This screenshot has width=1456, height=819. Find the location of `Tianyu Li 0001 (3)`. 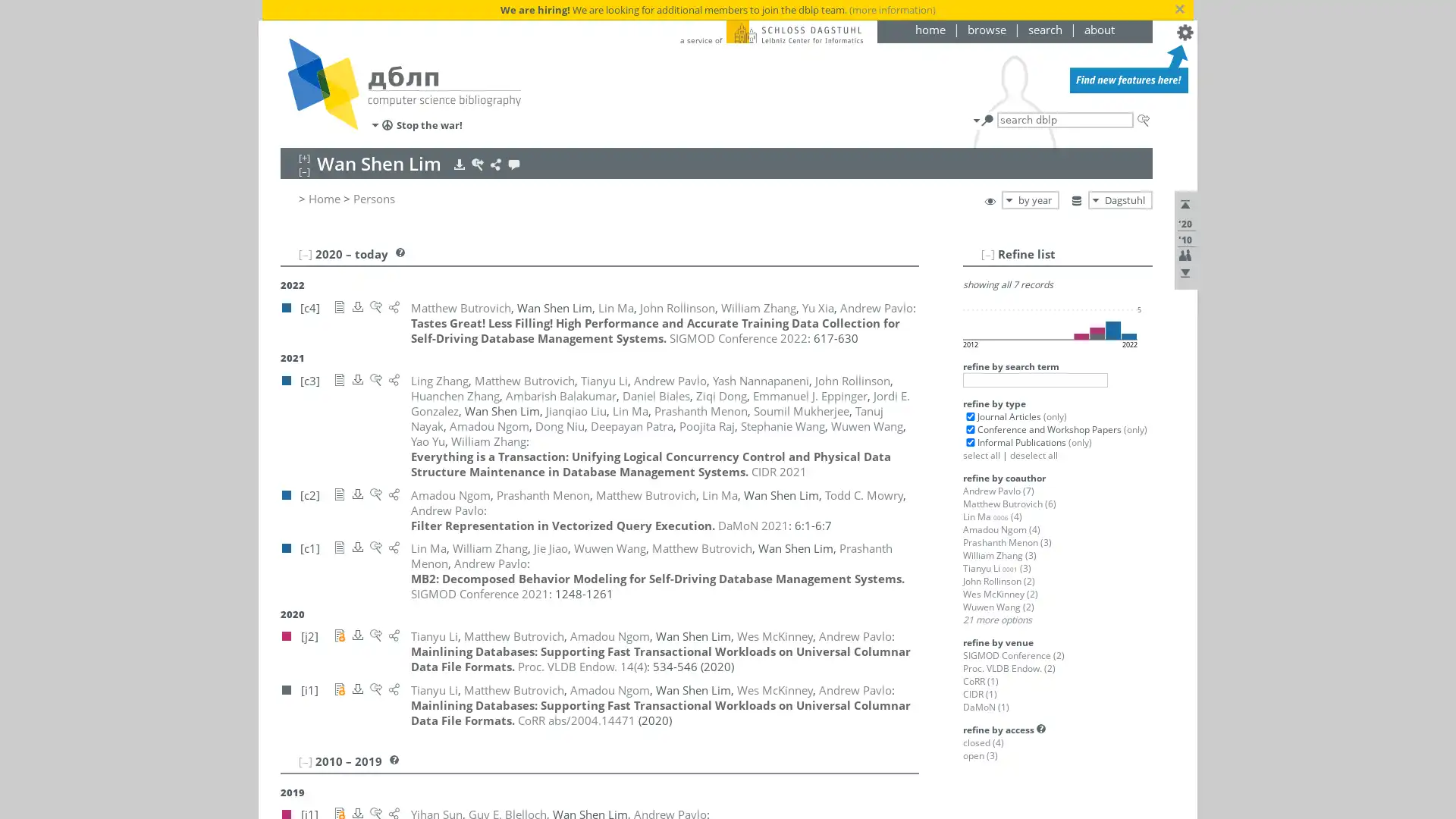

Tianyu Li 0001 (3) is located at coordinates (997, 568).